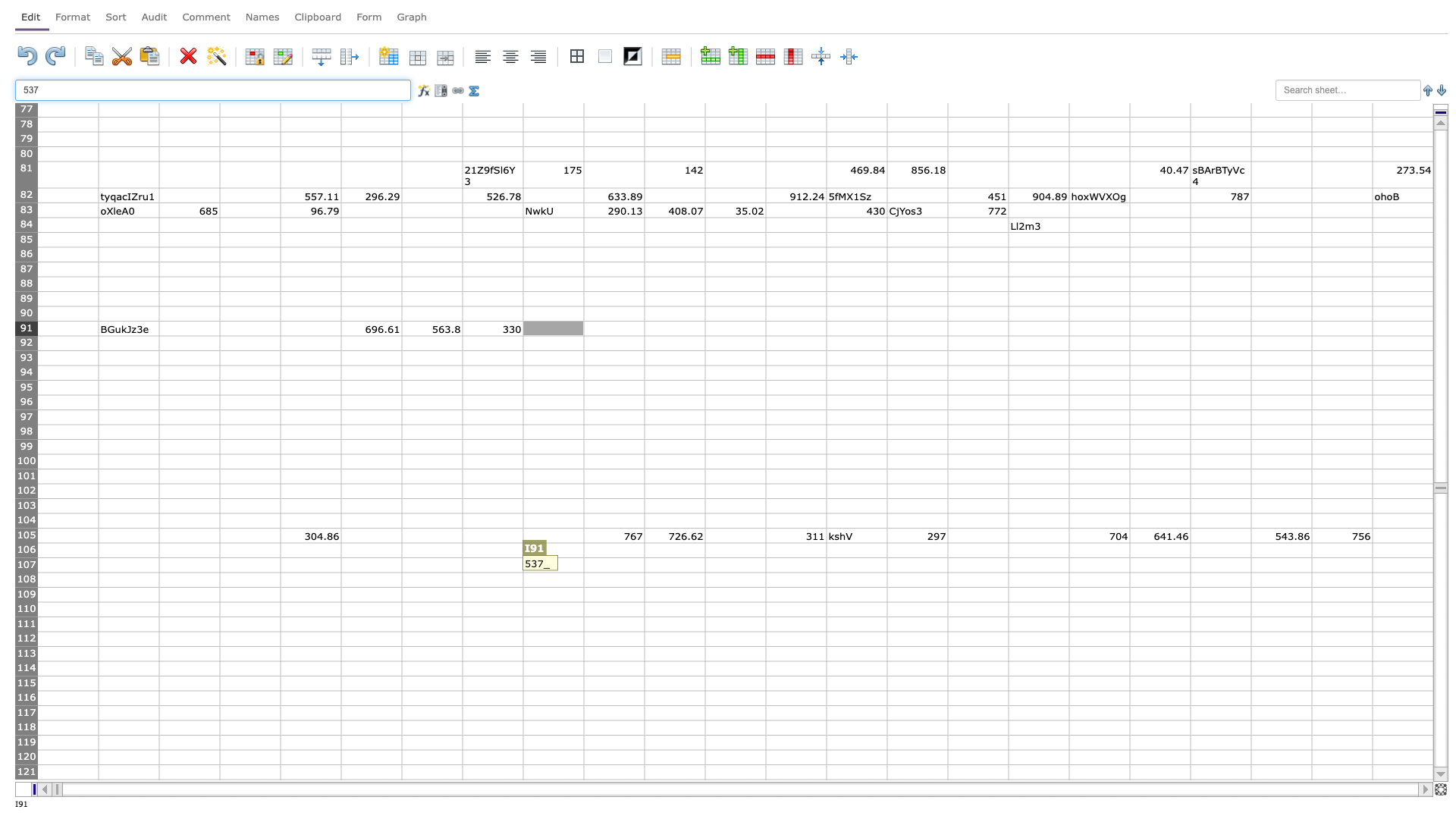 The image size is (1456, 819). What do you see at coordinates (704, 565) in the screenshot?
I see `Right margin of K107` at bounding box center [704, 565].